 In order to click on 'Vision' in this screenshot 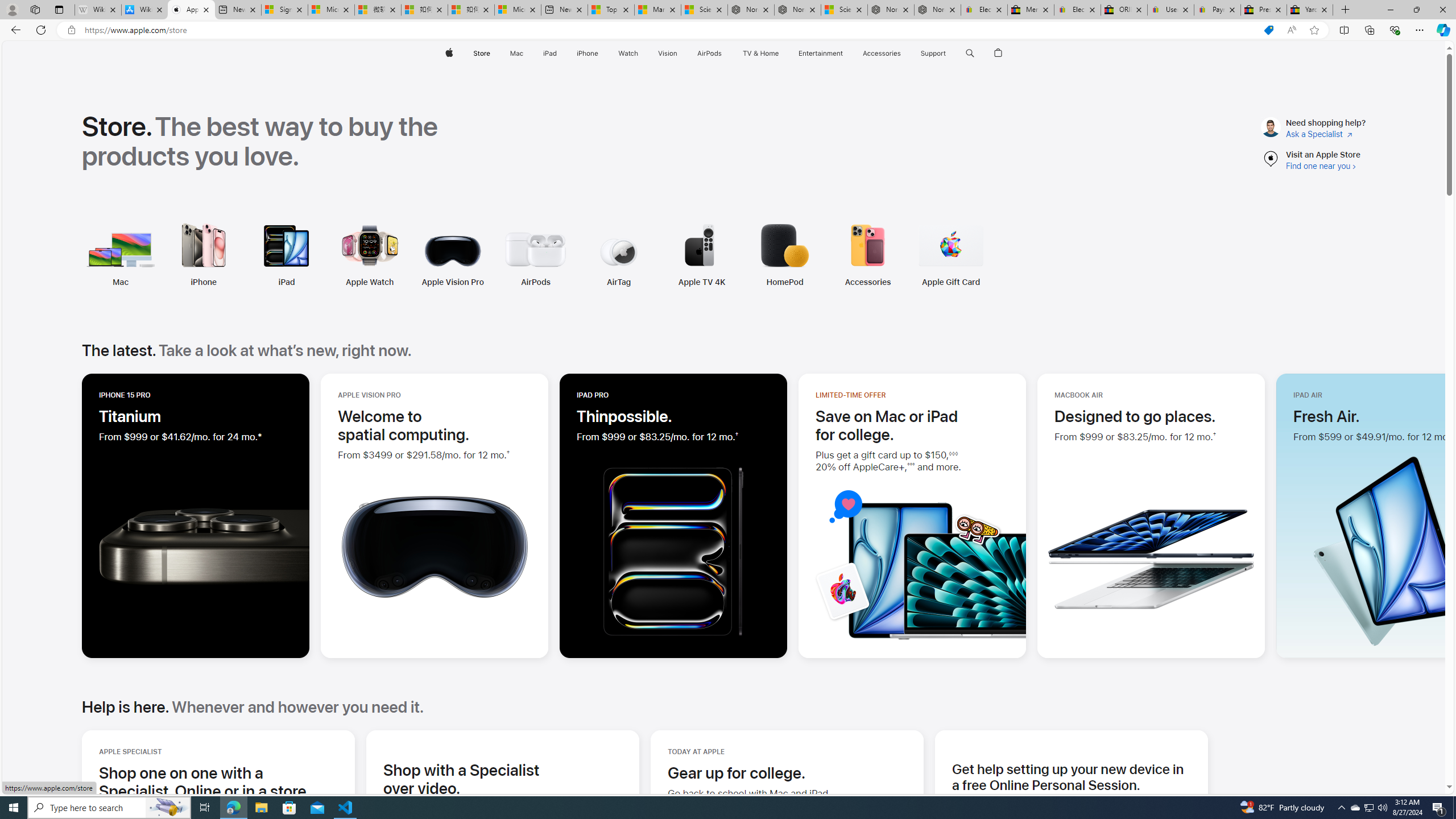, I will do `click(668, 53)`.